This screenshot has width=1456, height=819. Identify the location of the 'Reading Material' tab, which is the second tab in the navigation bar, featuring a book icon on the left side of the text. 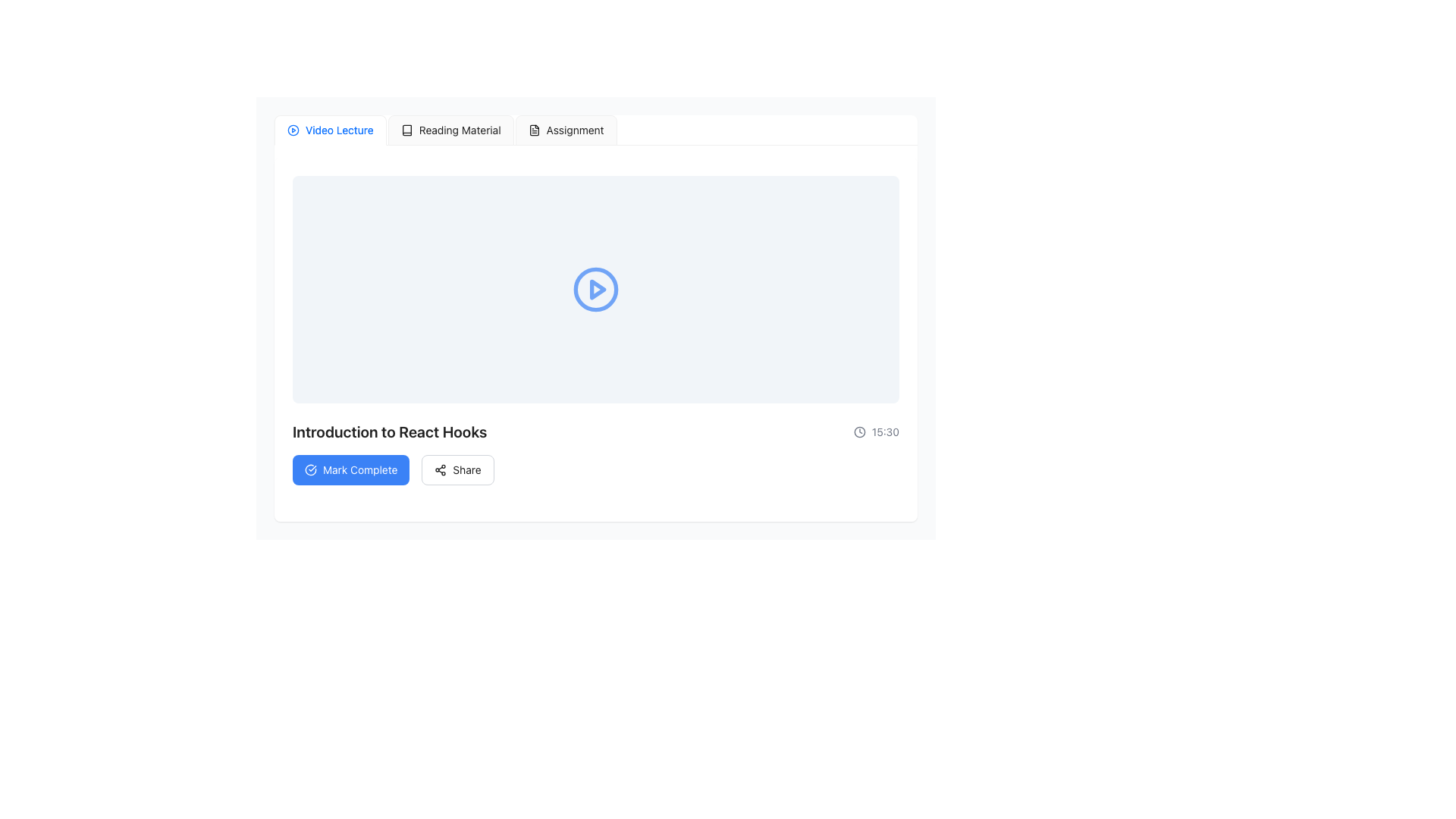
(450, 130).